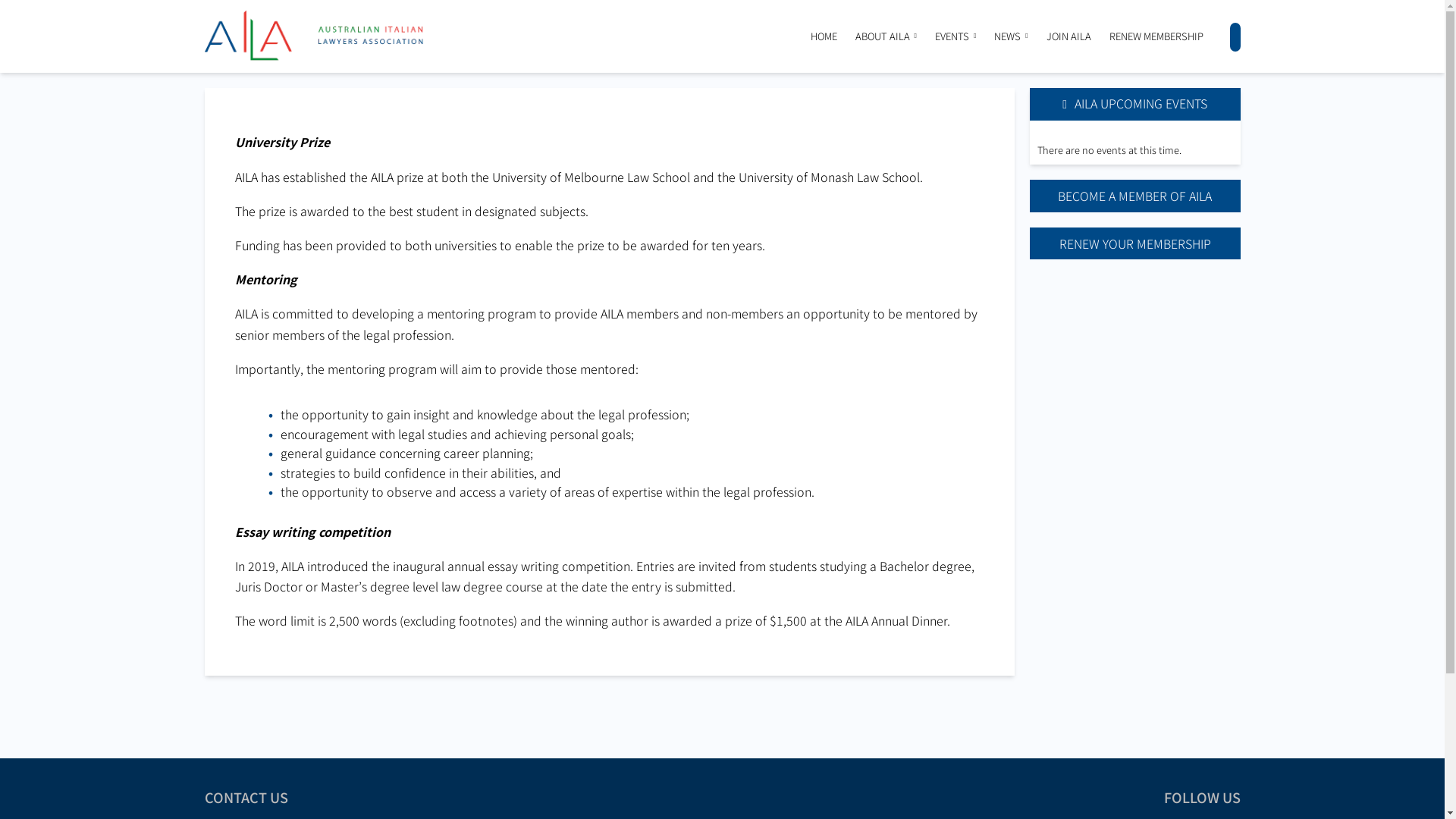 The image size is (1456, 819). I want to click on 'EVENTS', so click(951, 35).